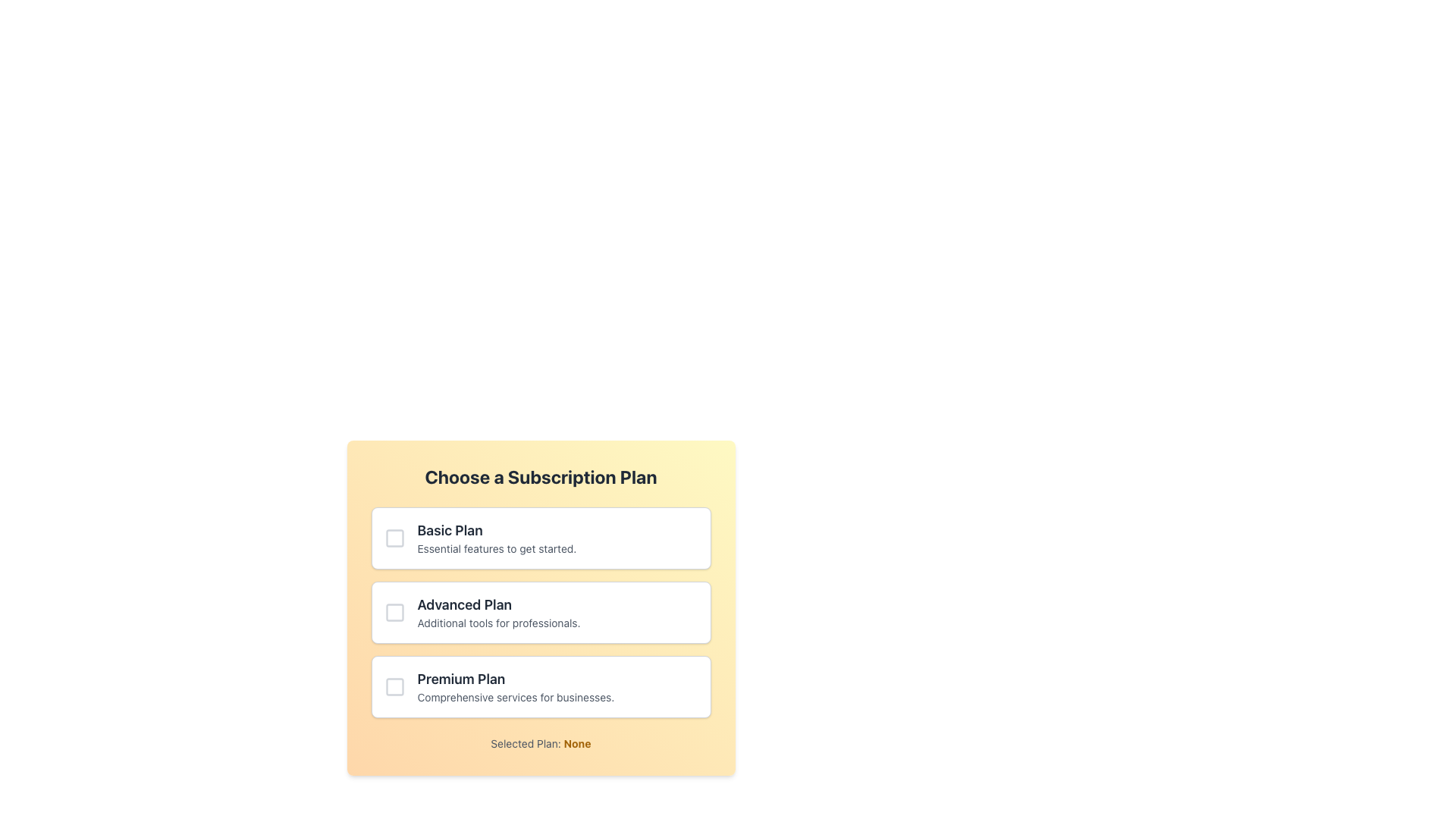 The height and width of the screenshot is (819, 1456). What do you see at coordinates (394, 537) in the screenshot?
I see `the first checkbox for the 'Basic Plan' subscription located at the top left corner of its card` at bounding box center [394, 537].